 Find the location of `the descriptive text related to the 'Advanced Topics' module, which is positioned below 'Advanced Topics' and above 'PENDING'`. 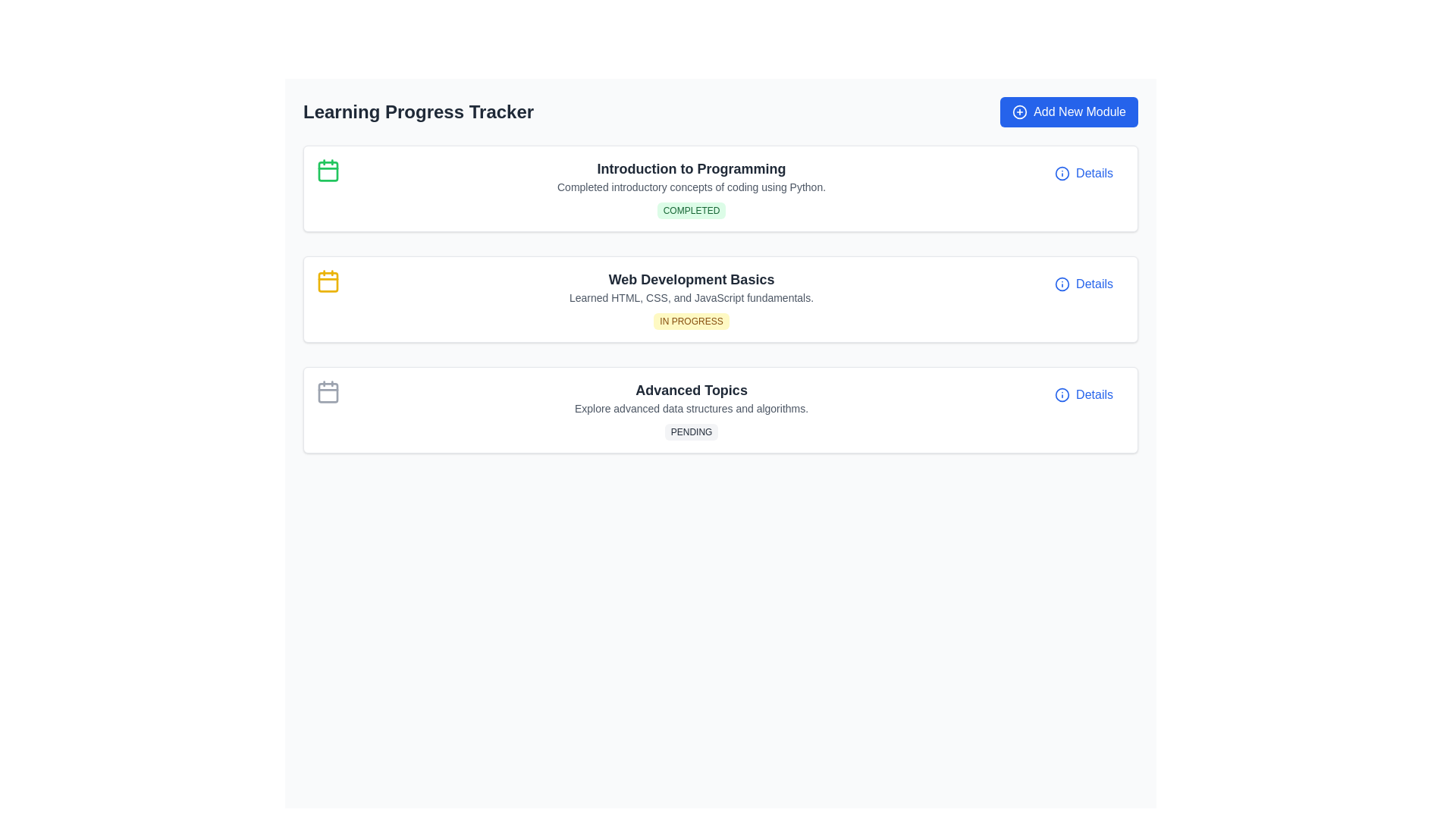

the descriptive text related to the 'Advanced Topics' module, which is positioned below 'Advanced Topics' and above 'PENDING' is located at coordinates (691, 408).